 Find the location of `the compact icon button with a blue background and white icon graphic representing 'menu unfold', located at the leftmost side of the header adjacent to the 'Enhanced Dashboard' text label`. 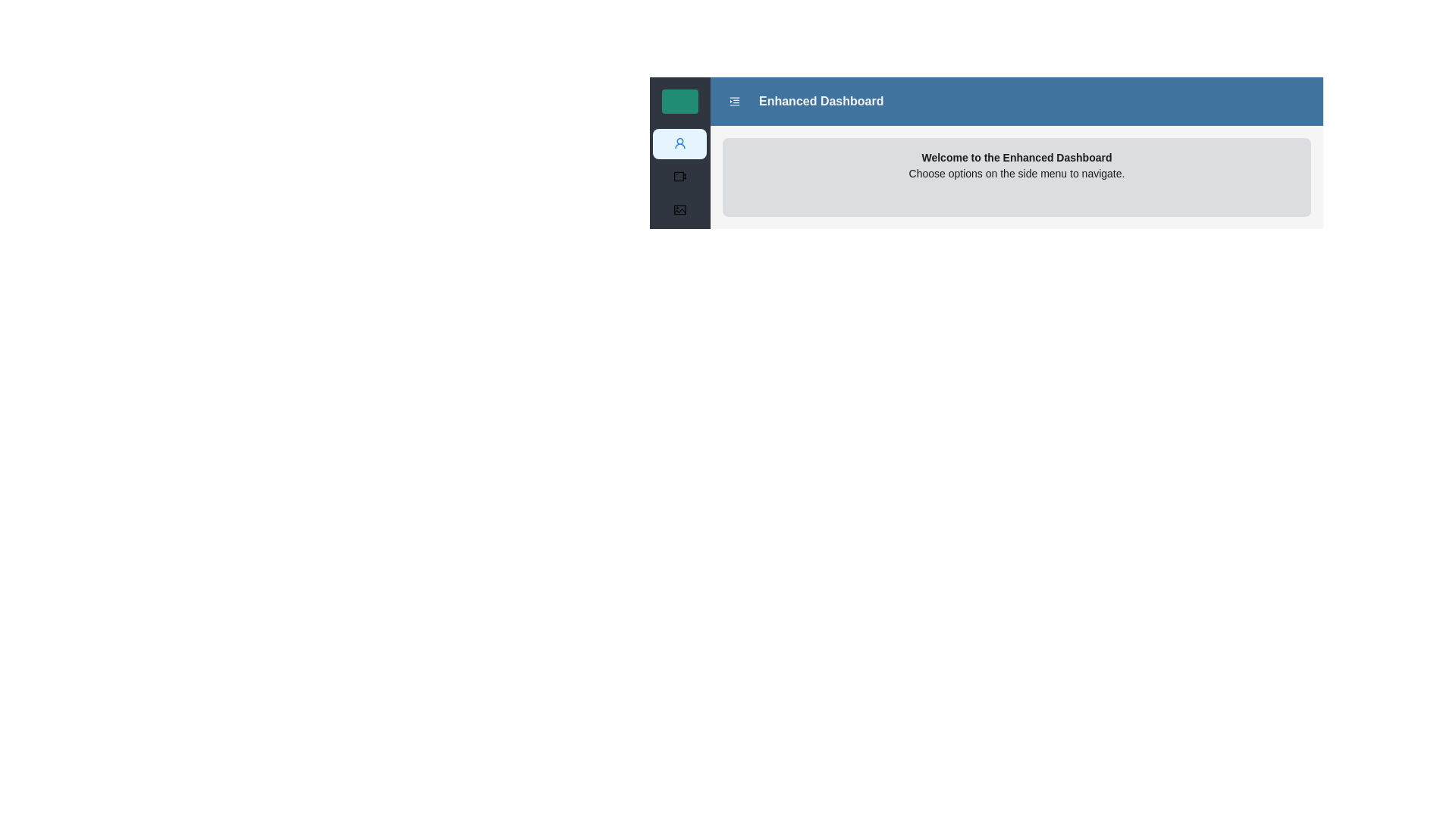

the compact icon button with a blue background and white icon graphic representing 'menu unfold', located at the leftmost side of the header adjacent to the 'Enhanced Dashboard' text label is located at coordinates (735, 102).